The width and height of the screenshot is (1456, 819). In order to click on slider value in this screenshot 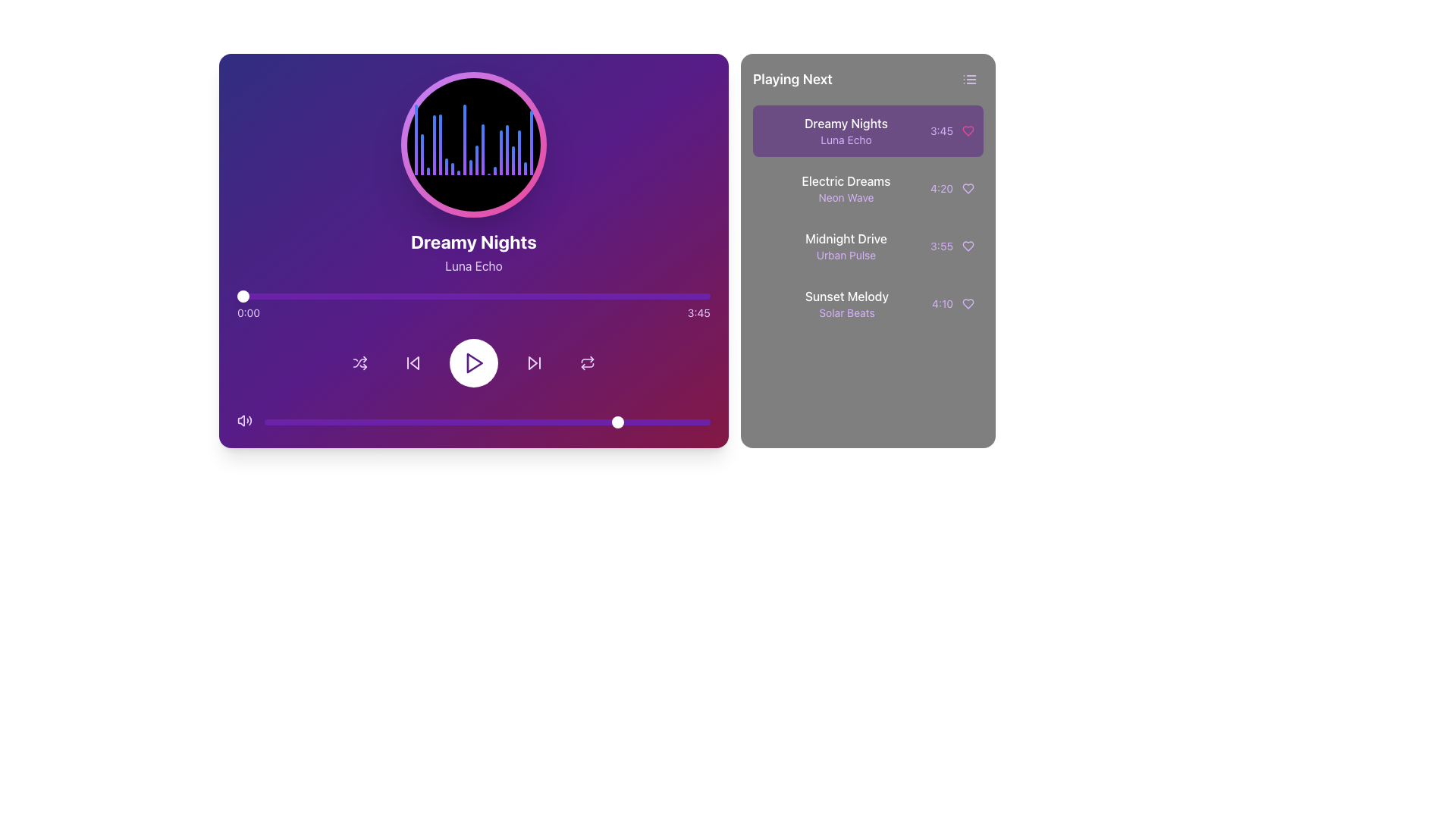, I will do `click(273, 422)`.